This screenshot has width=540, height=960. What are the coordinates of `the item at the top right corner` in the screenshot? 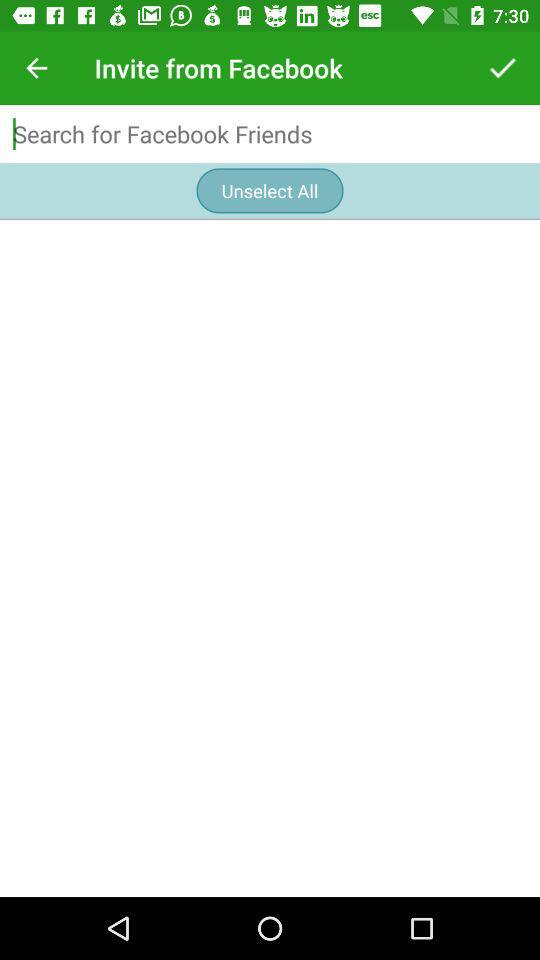 It's located at (502, 68).